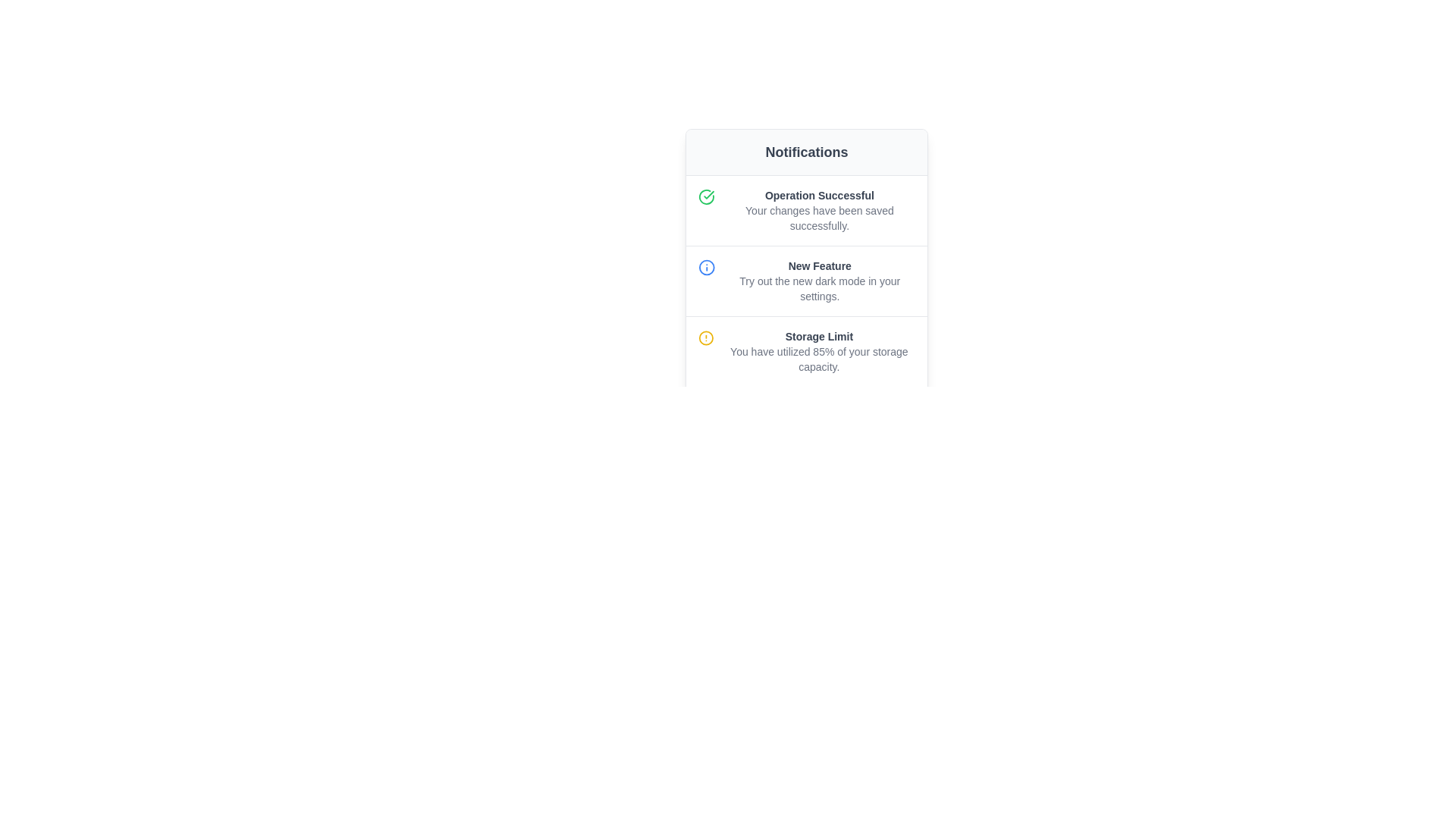 Image resolution: width=1456 pixels, height=819 pixels. I want to click on success message from the notification banner indicating 'Operation Successful' with the description 'Your changes have been saved successfully.', so click(806, 210).